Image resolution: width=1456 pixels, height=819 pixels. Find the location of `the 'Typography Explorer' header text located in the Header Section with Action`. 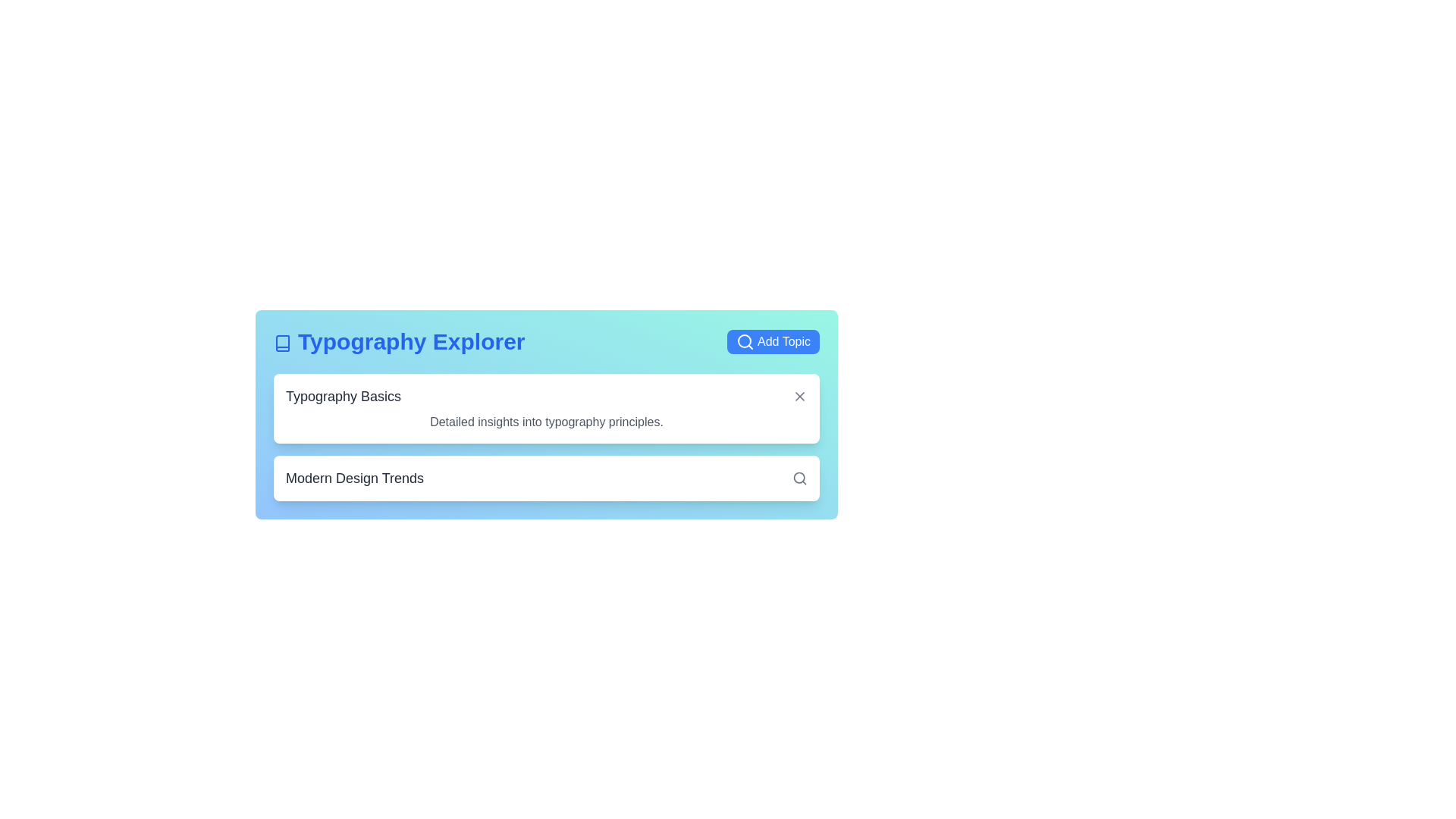

the 'Typography Explorer' header text located in the Header Section with Action is located at coordinates (546, 342).